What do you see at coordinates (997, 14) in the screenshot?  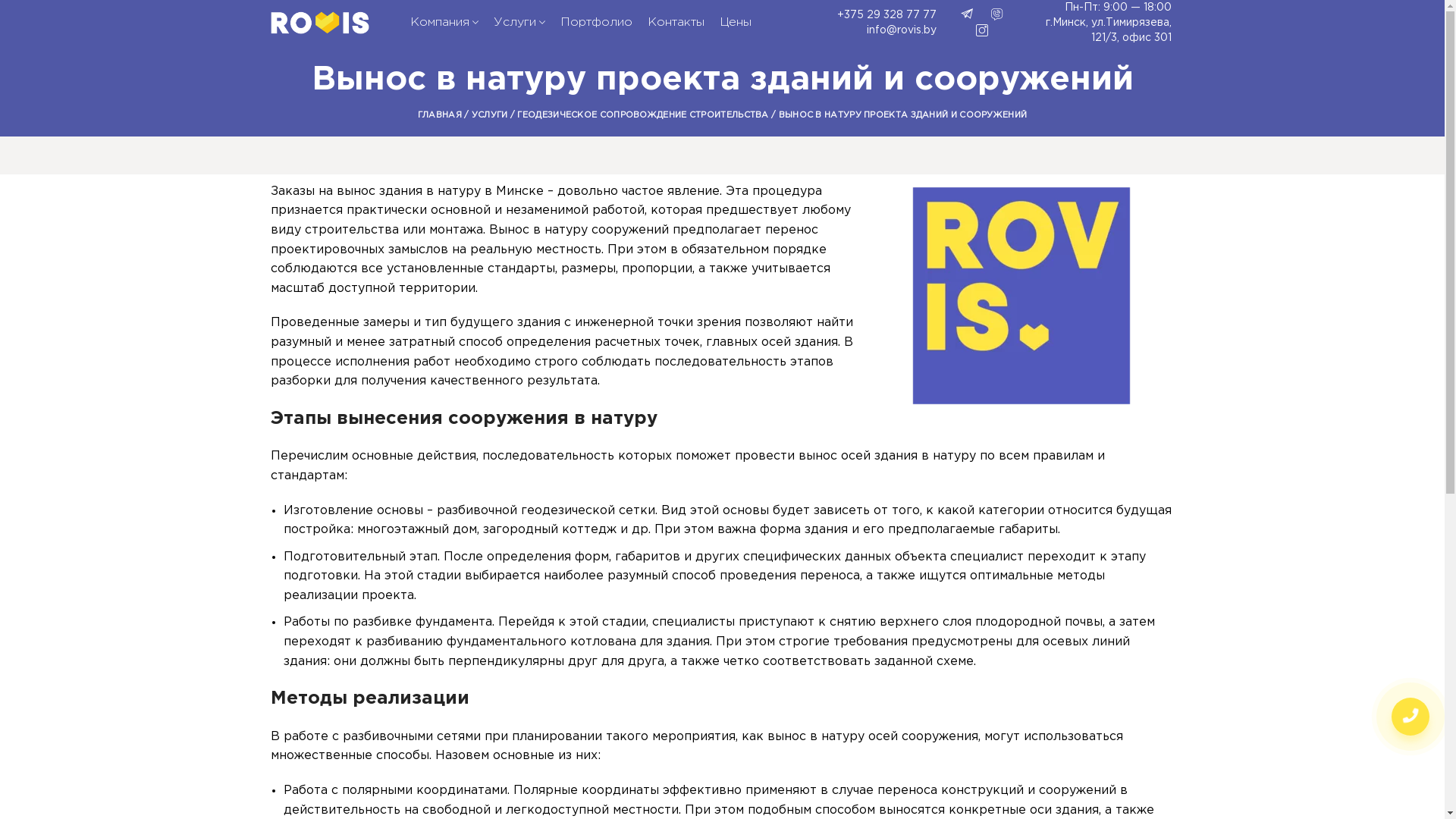 I see `'viber'` at bounding box center [997, 14].